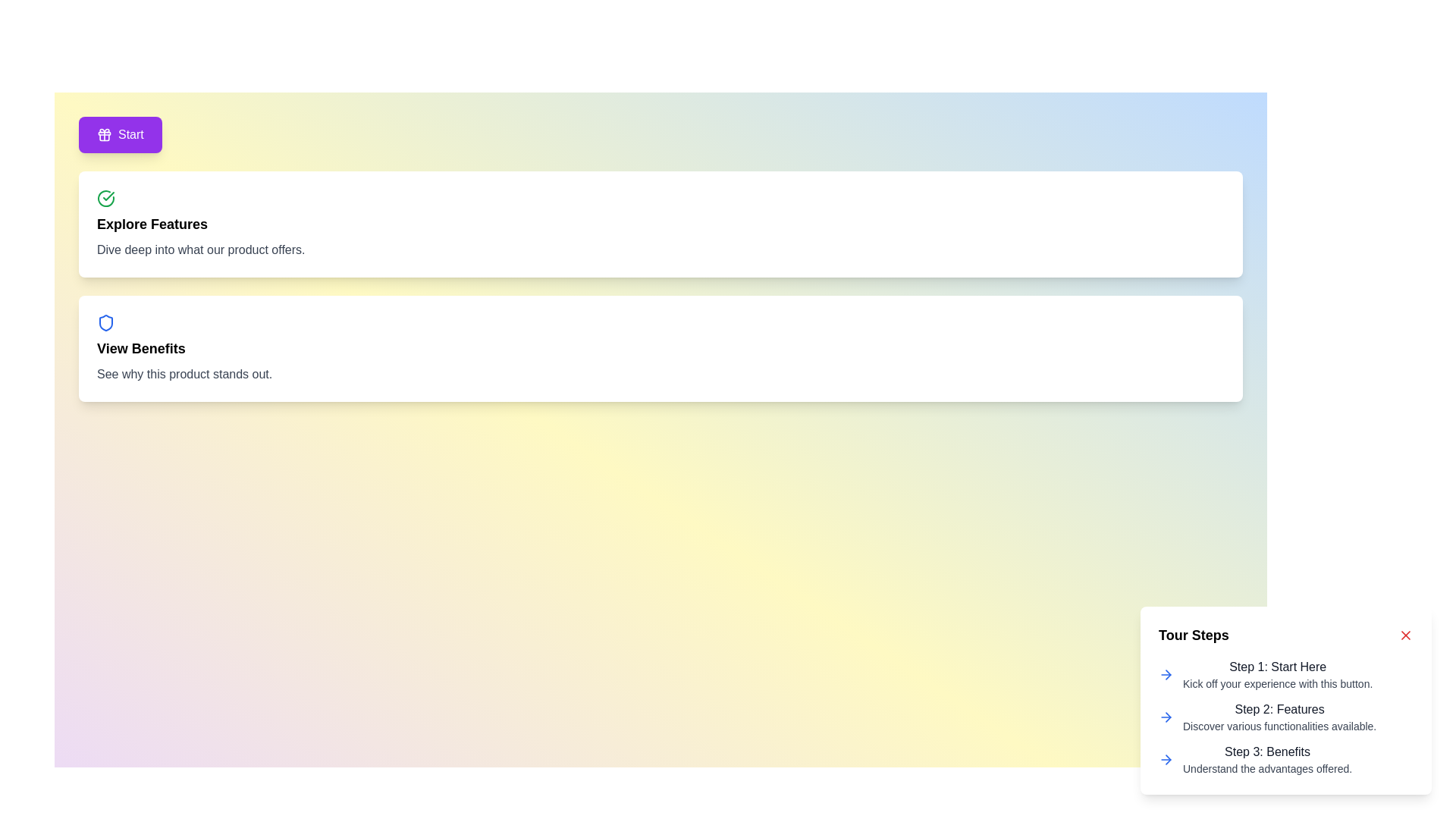 The image size is (1456, 819). I want to click on text content of the bold and larger font text label that reads 'Explore Features', prominently displayed as a header within its card, located below a green checkmark and above a description text, so click(152, 224).